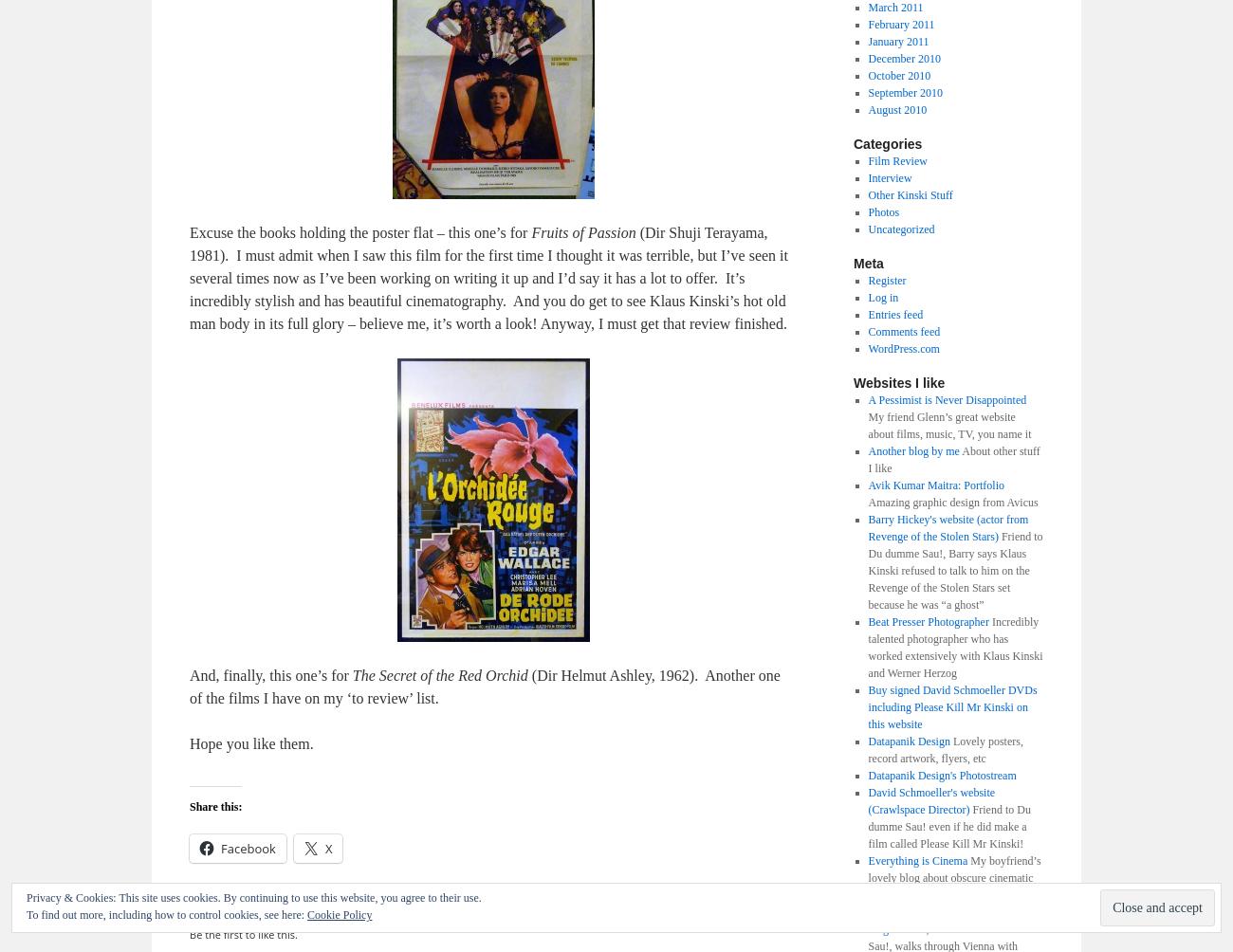 The width and height of the screenshot is (1233, 952). What do you see at coordinates (946, 919) in the screenshot?
I see `'From Austria For The World video blog'` at bounding box center [946, 919].